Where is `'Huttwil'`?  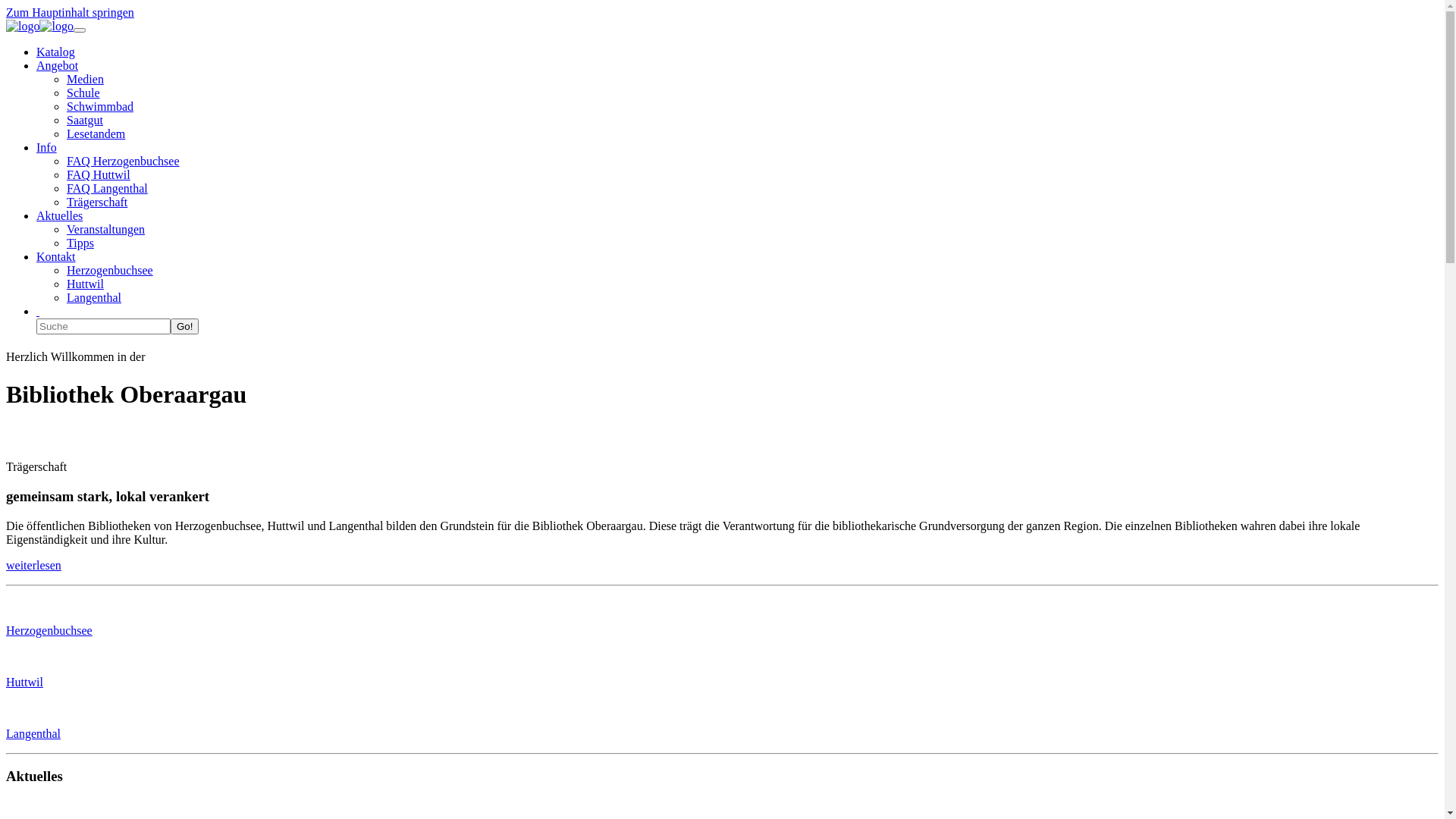 'Huttwil' is located at coordinates (6, 681).